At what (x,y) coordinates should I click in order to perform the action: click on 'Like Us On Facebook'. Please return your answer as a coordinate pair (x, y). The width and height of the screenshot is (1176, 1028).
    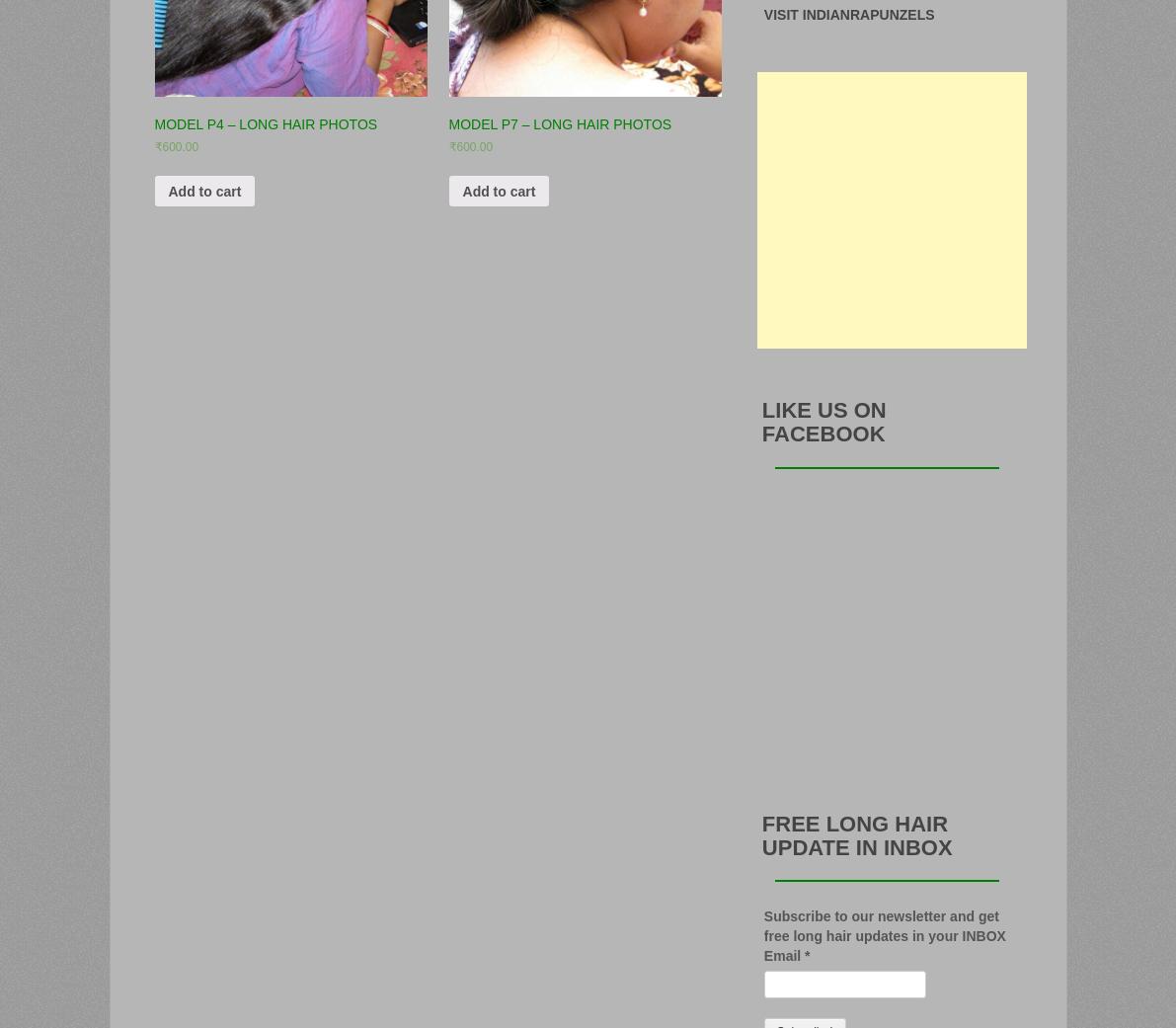
    Looking at the image, I should click on (823, 421).